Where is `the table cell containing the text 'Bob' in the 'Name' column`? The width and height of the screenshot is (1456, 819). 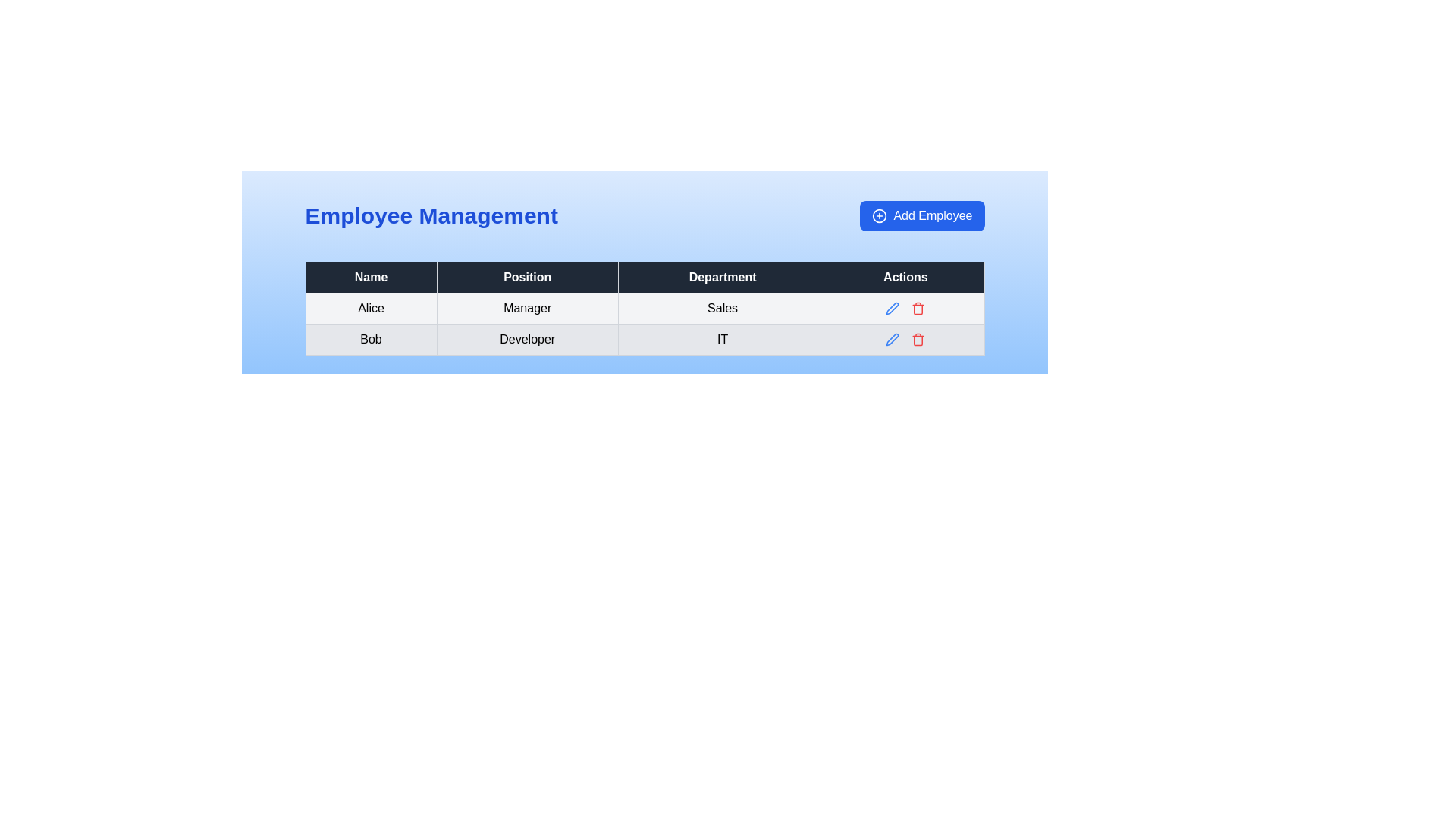 the table cell containing the text 'Bob' in the 'Name' column is located at coordinates (371, 338).